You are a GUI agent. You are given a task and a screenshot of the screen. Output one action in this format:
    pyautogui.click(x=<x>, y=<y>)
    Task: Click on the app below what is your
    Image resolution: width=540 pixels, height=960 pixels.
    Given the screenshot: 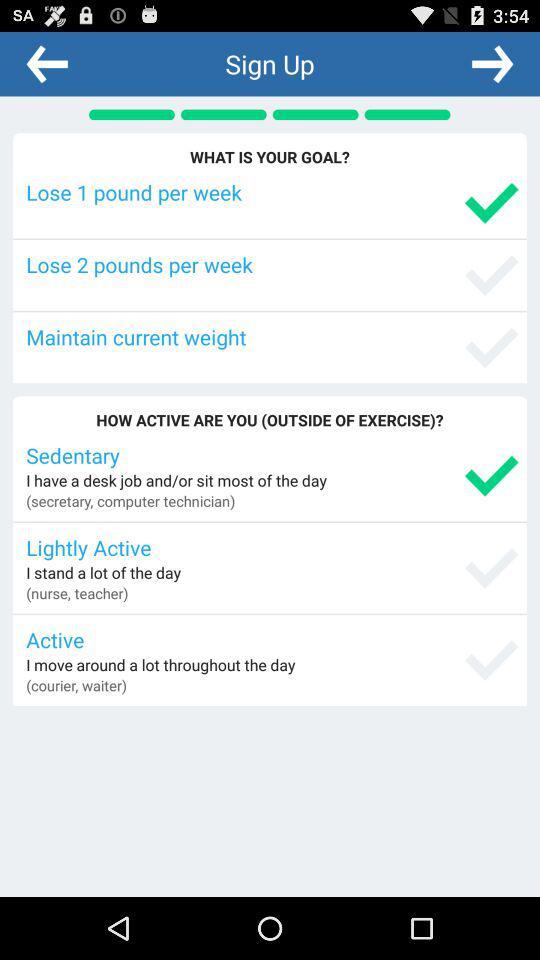 What is the action you would take?
    pyautogui.click(x=271, y=192)
    